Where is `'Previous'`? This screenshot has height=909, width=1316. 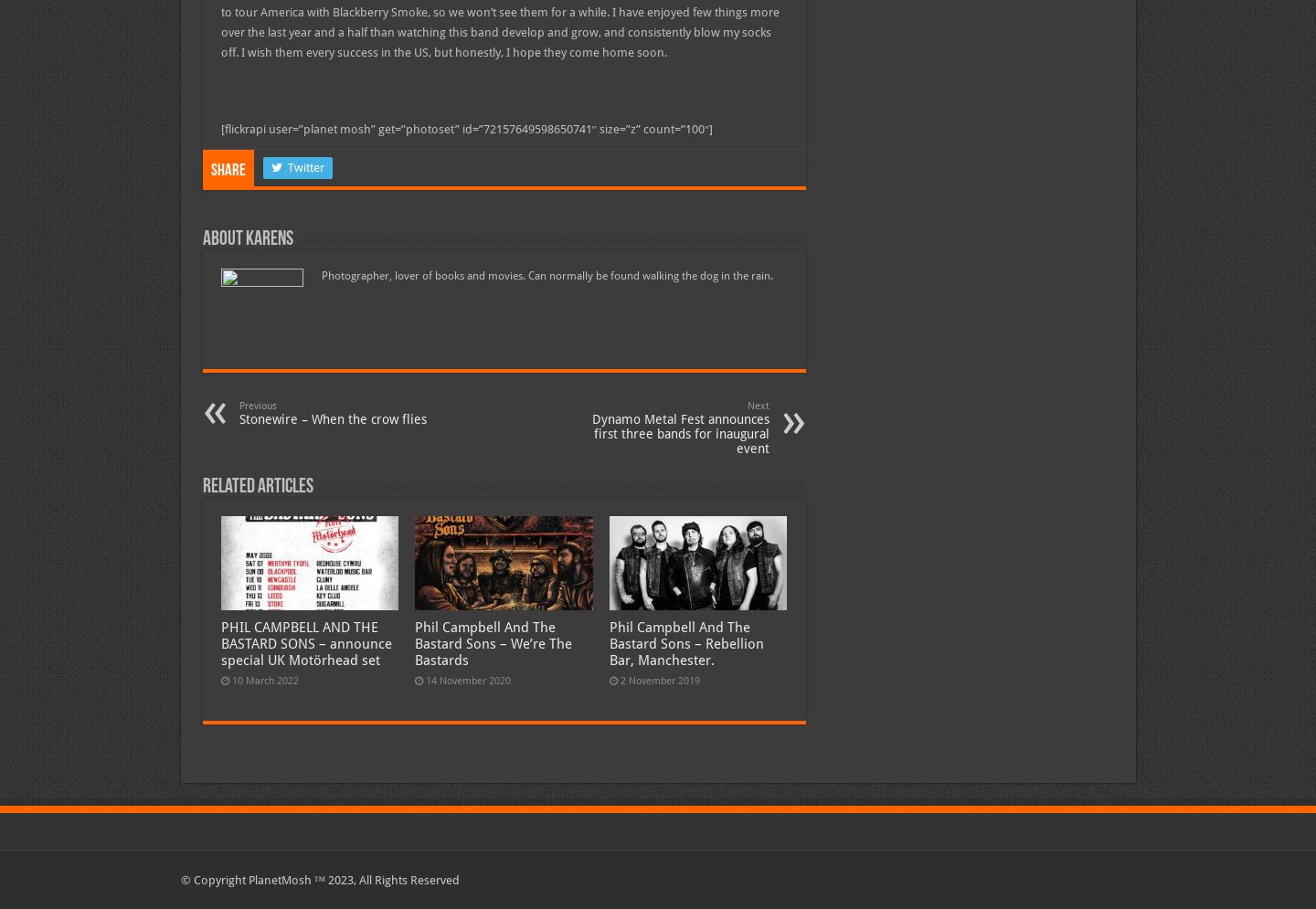
'Previous' is located at coordinates (256, 405).